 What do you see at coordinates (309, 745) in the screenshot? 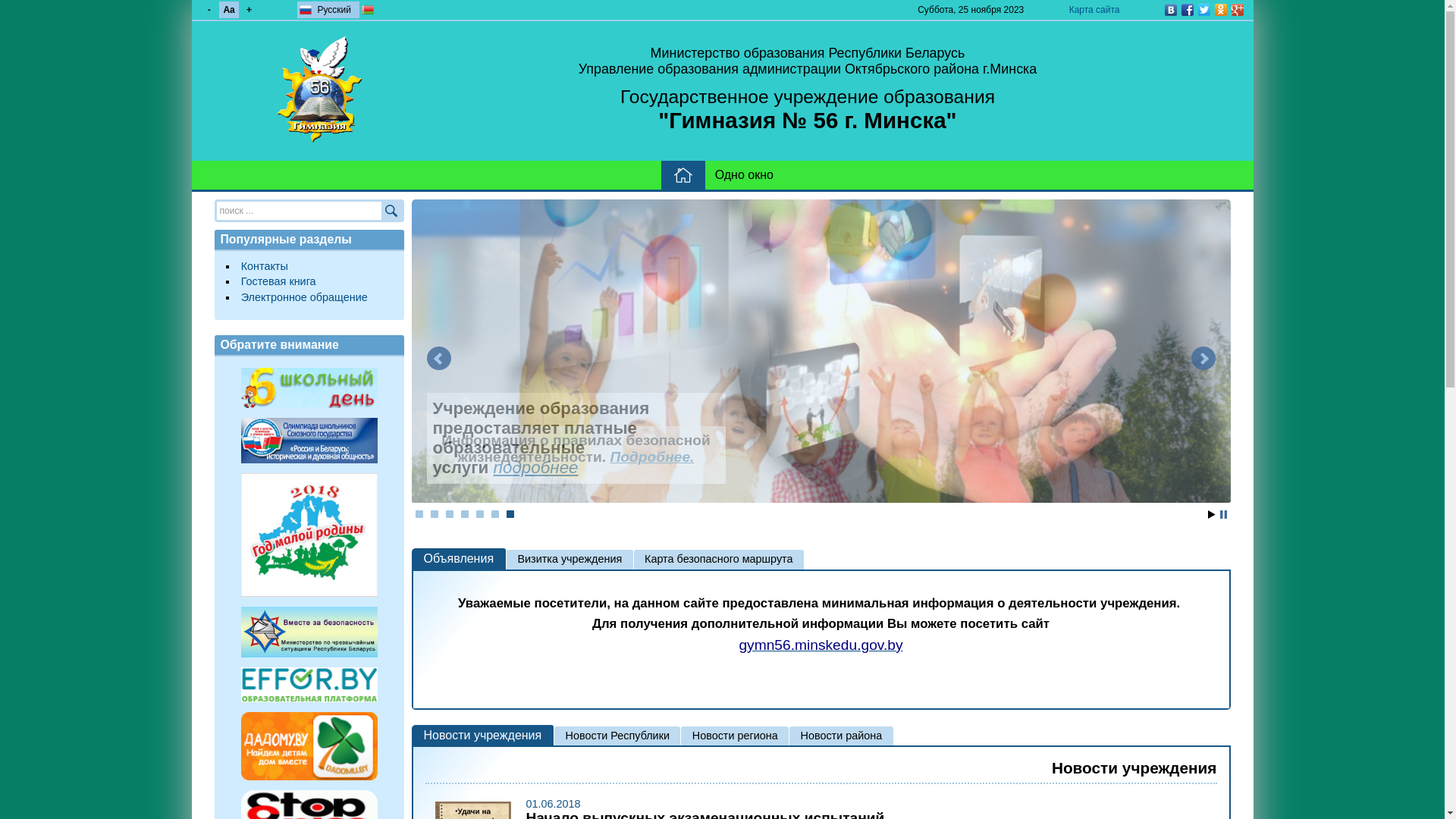
I see `'dadomu.by'` at bounding box center [309, 745].